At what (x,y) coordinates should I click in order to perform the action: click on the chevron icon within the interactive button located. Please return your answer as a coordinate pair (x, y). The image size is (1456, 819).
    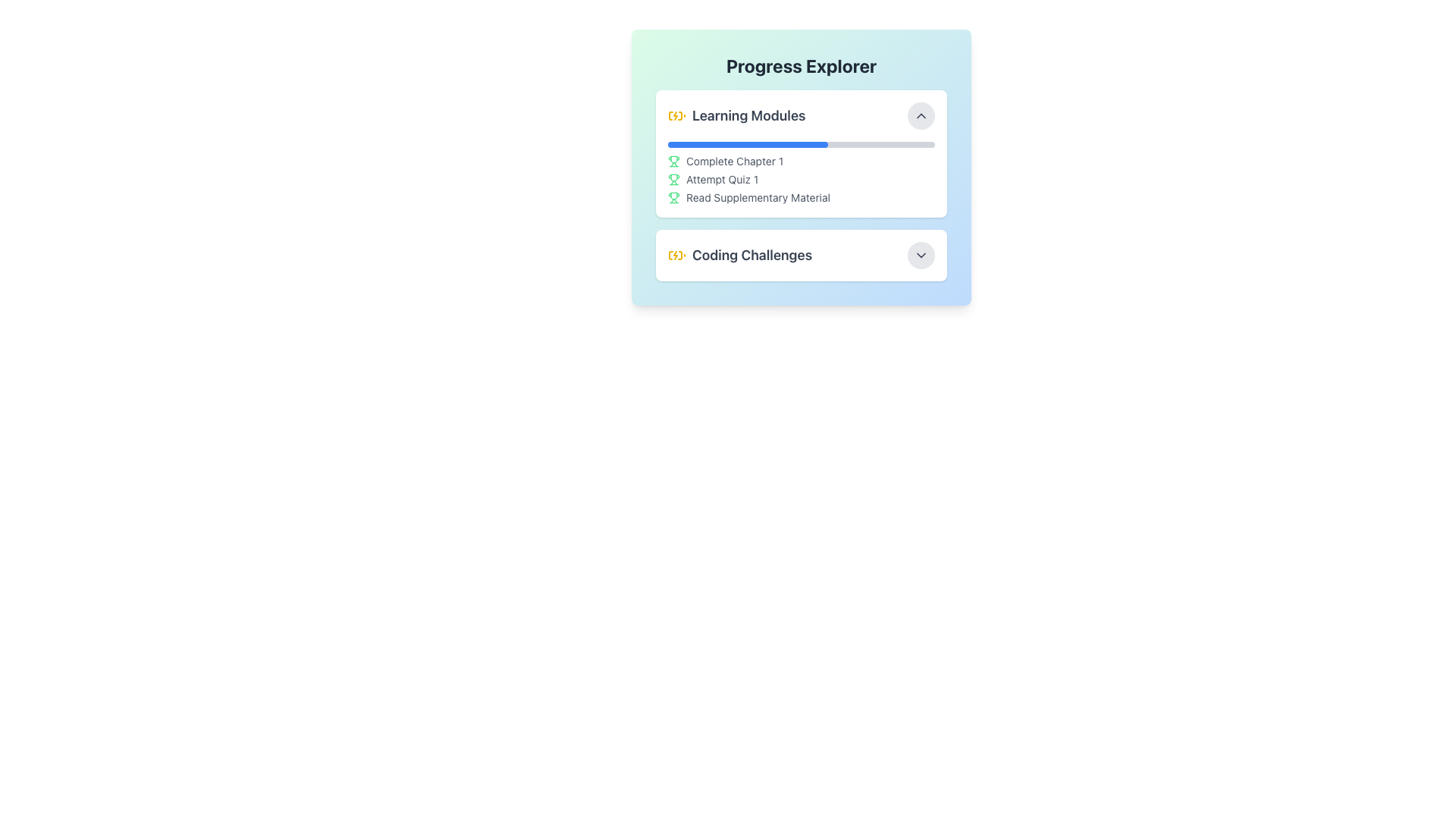
    Looking at the image, I should click on (920, 254).